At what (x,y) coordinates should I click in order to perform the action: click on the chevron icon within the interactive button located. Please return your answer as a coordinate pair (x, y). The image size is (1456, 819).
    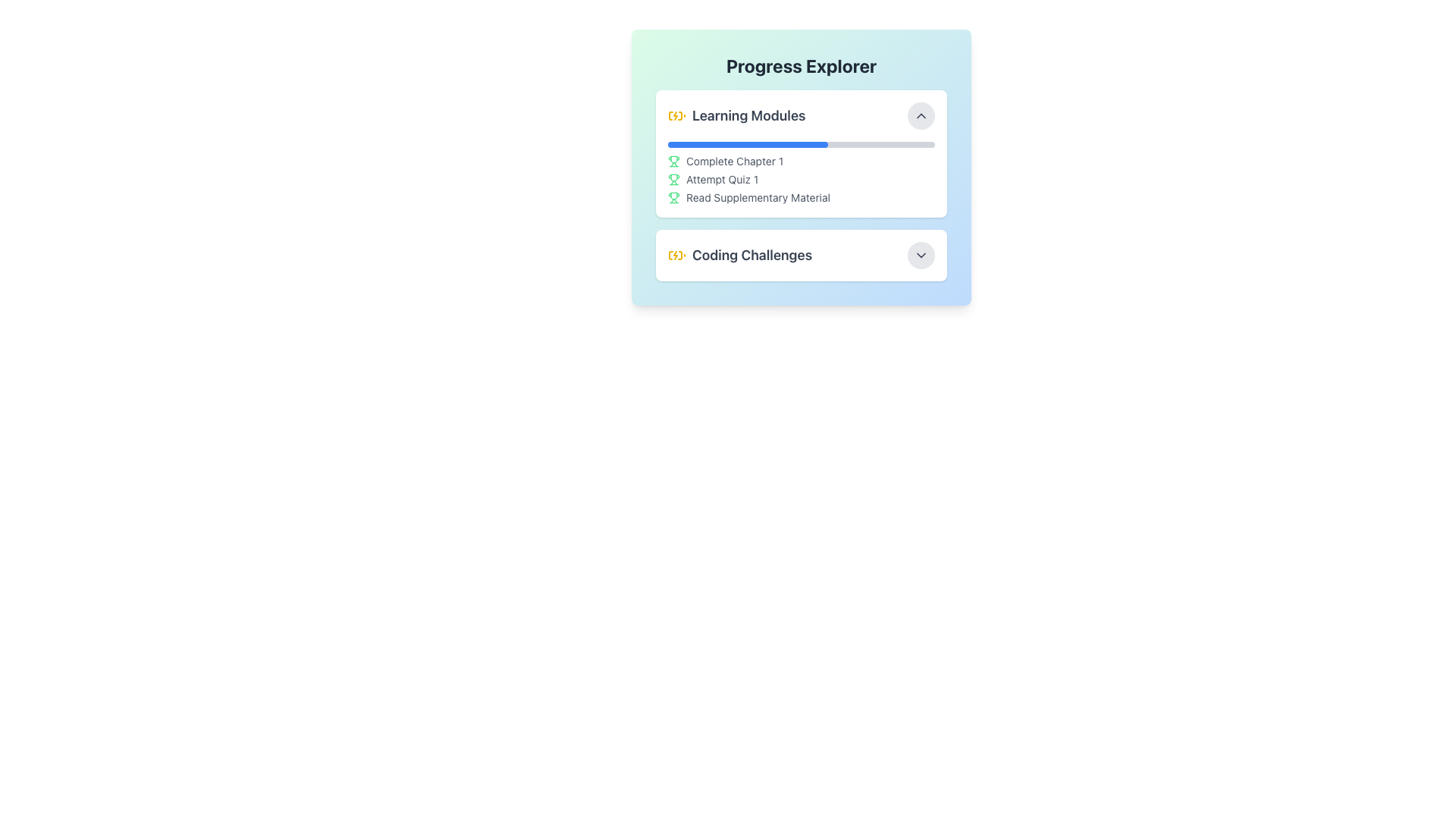
    Looking at the image, I should click on (920, 254).